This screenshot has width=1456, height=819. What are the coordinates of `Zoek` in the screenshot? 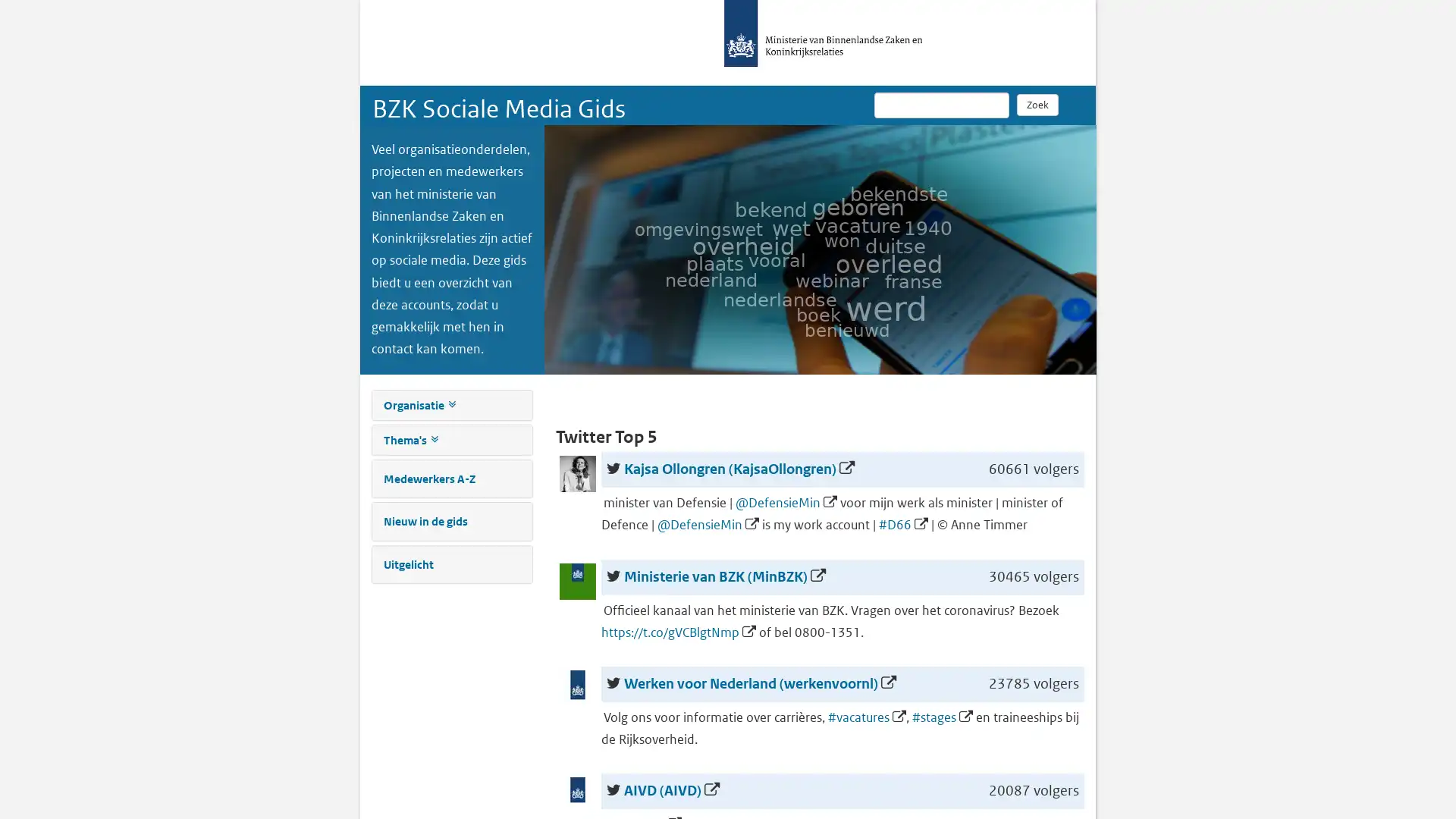 It's located at (1037, 104).